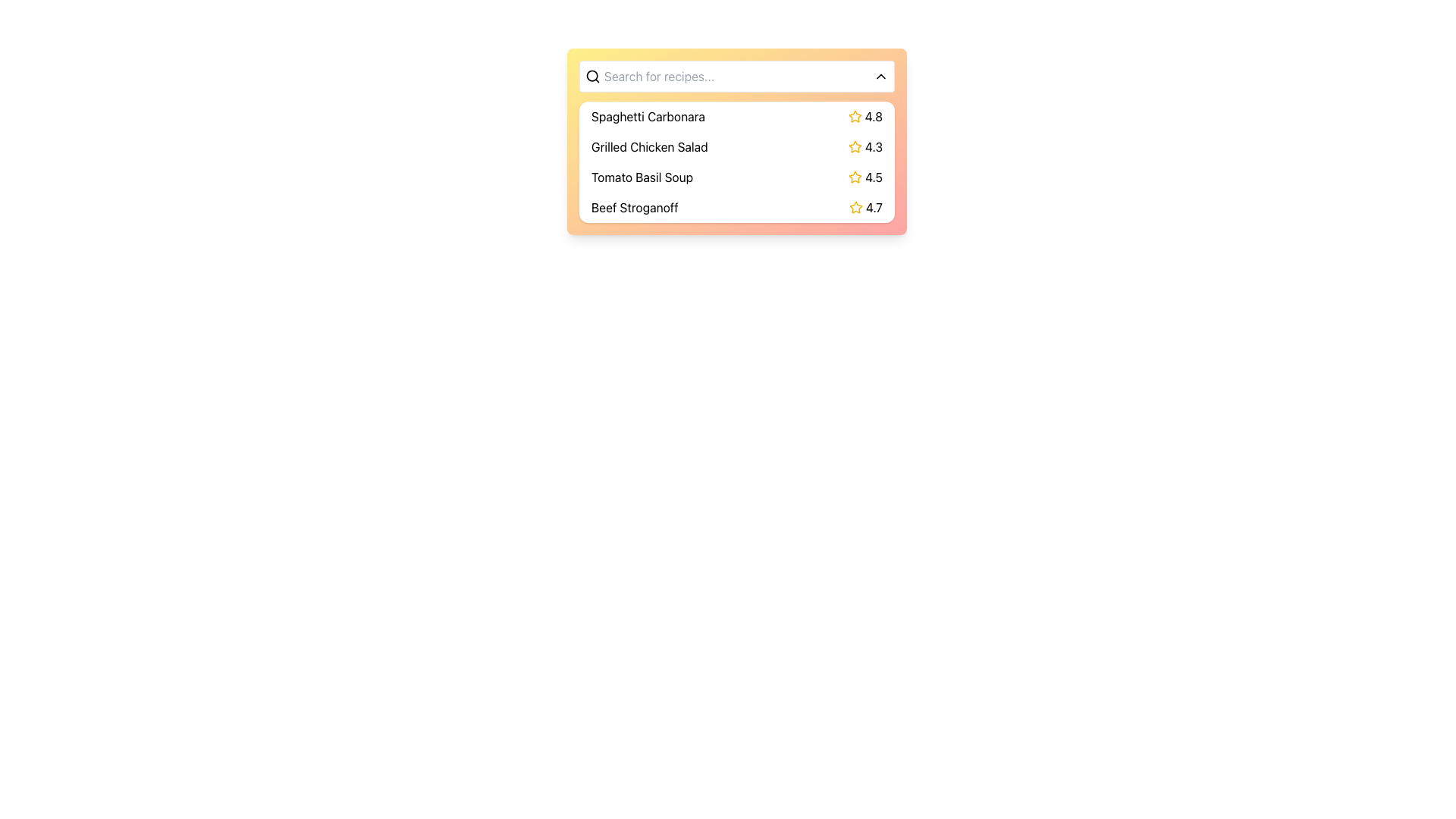 The width and height of the screenshot is (1456, 819). Describe the element at coordinates (855, 176) in the screenshot. I see `the third star icon representing the user rating for 'Tomato Basil Soup', which indicates a rating of '4.5'` at that location.